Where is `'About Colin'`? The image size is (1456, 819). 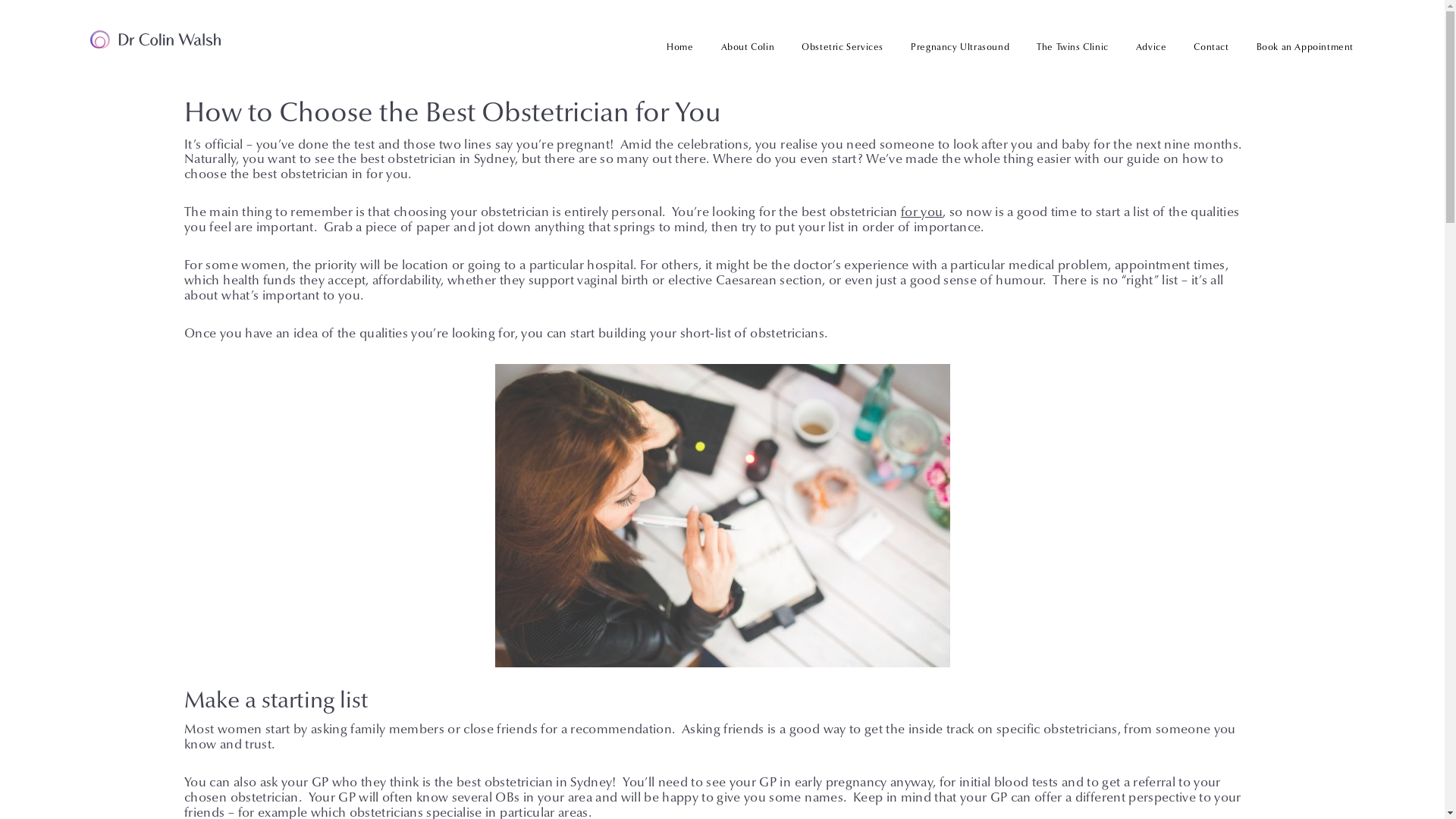 'About Colin' is located at coordinates (748, 46).